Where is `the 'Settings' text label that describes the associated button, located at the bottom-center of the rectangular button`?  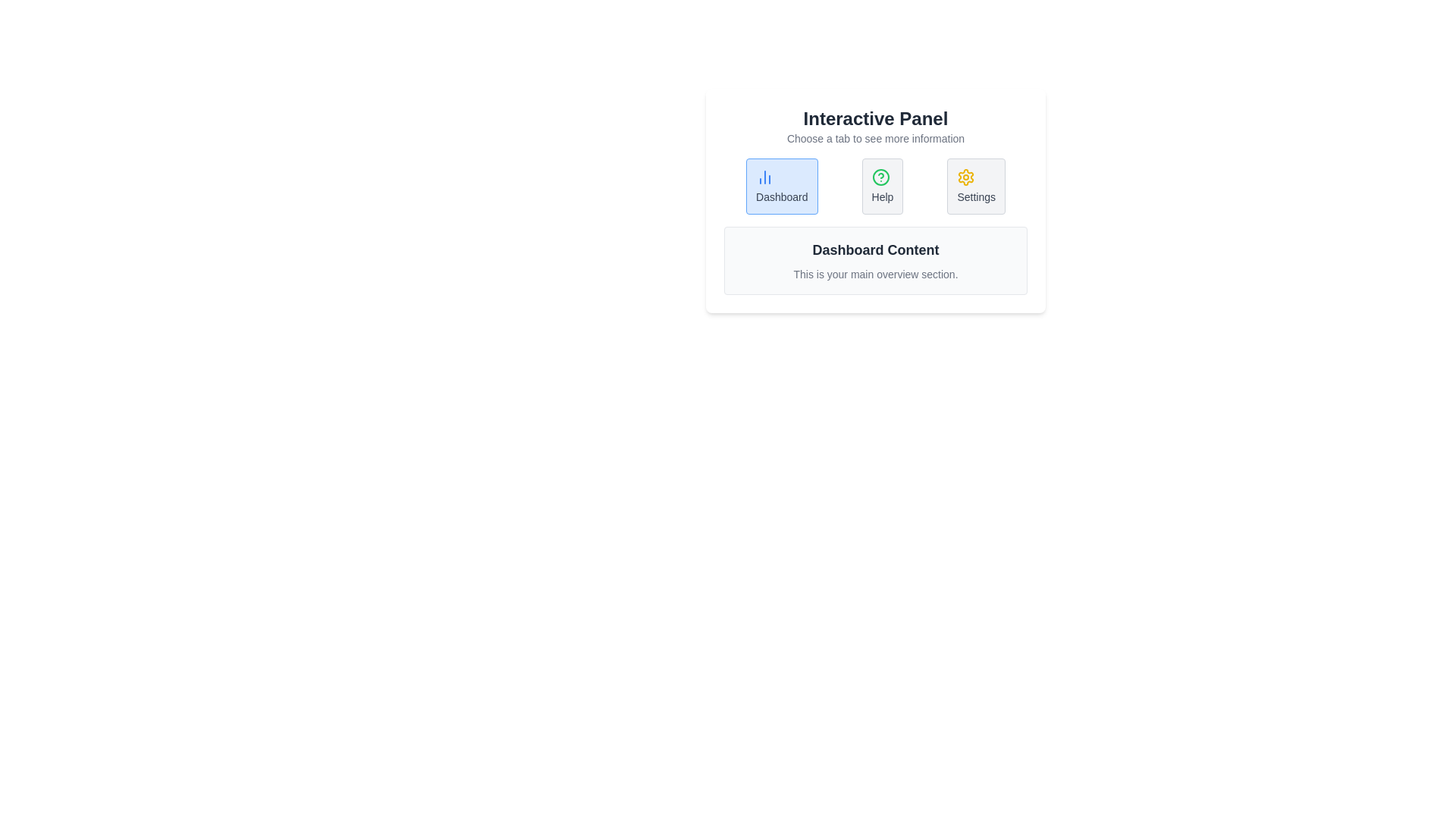
the 'Settings' text label that describes the associated button, located at the bottom-center of the rectangular button is located at coordinates (976, 196).